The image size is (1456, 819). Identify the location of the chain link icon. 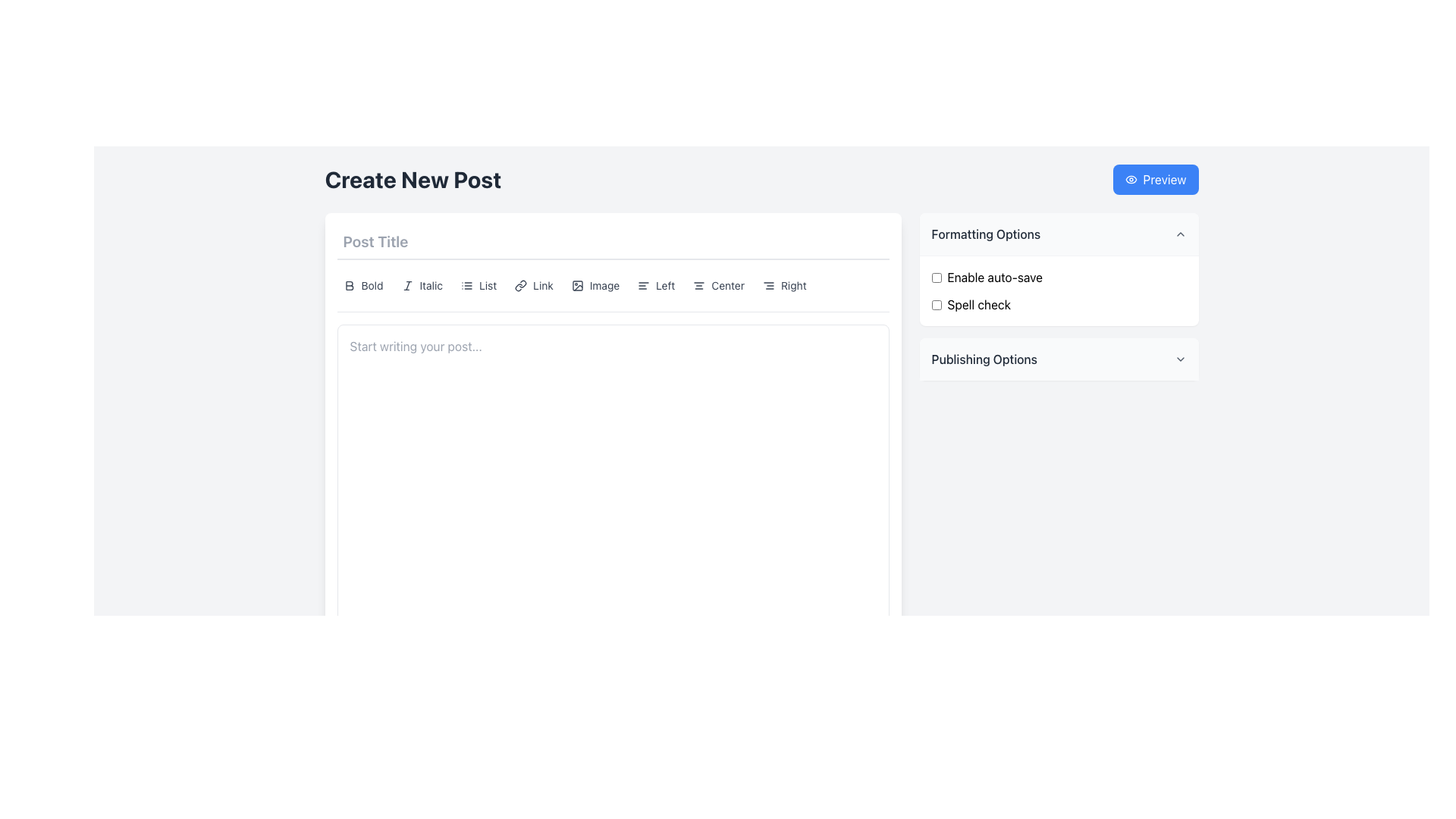
(520, 286).